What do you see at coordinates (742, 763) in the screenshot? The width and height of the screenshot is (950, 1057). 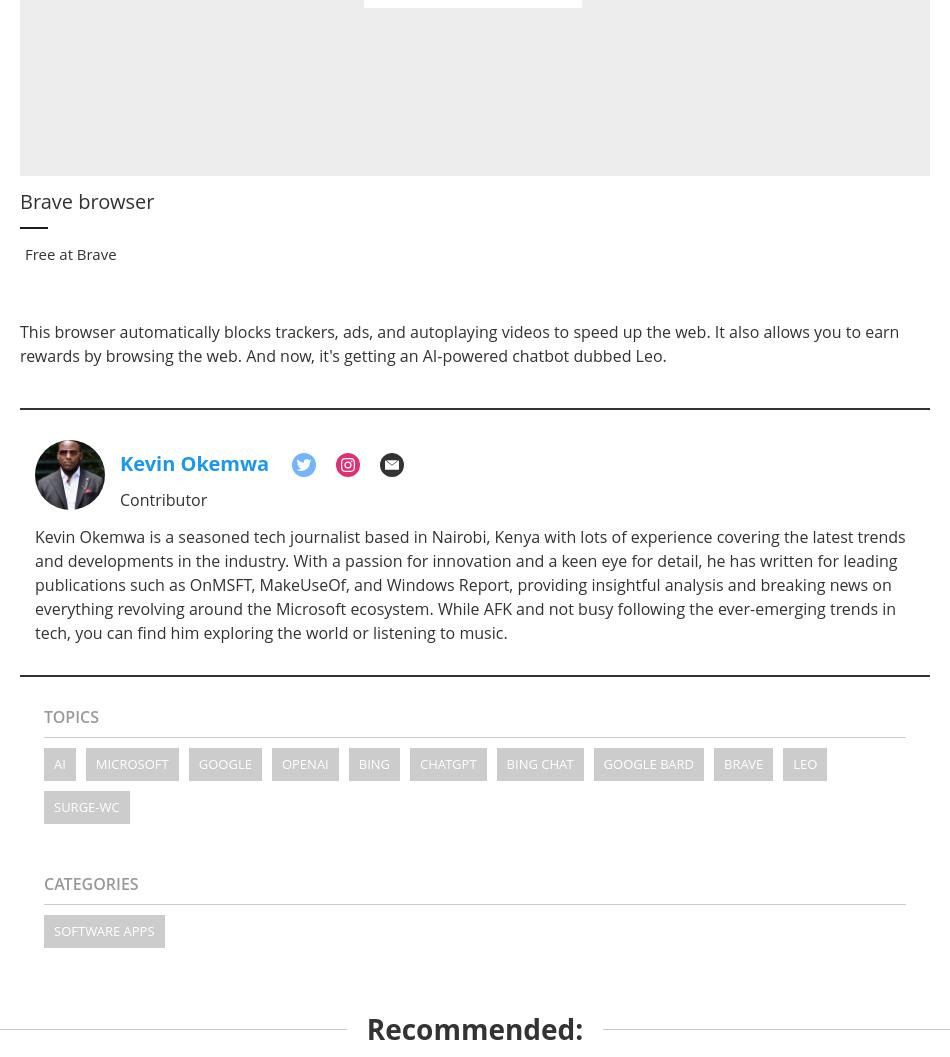 I see `'brave'` at bounding box center [742, 763].